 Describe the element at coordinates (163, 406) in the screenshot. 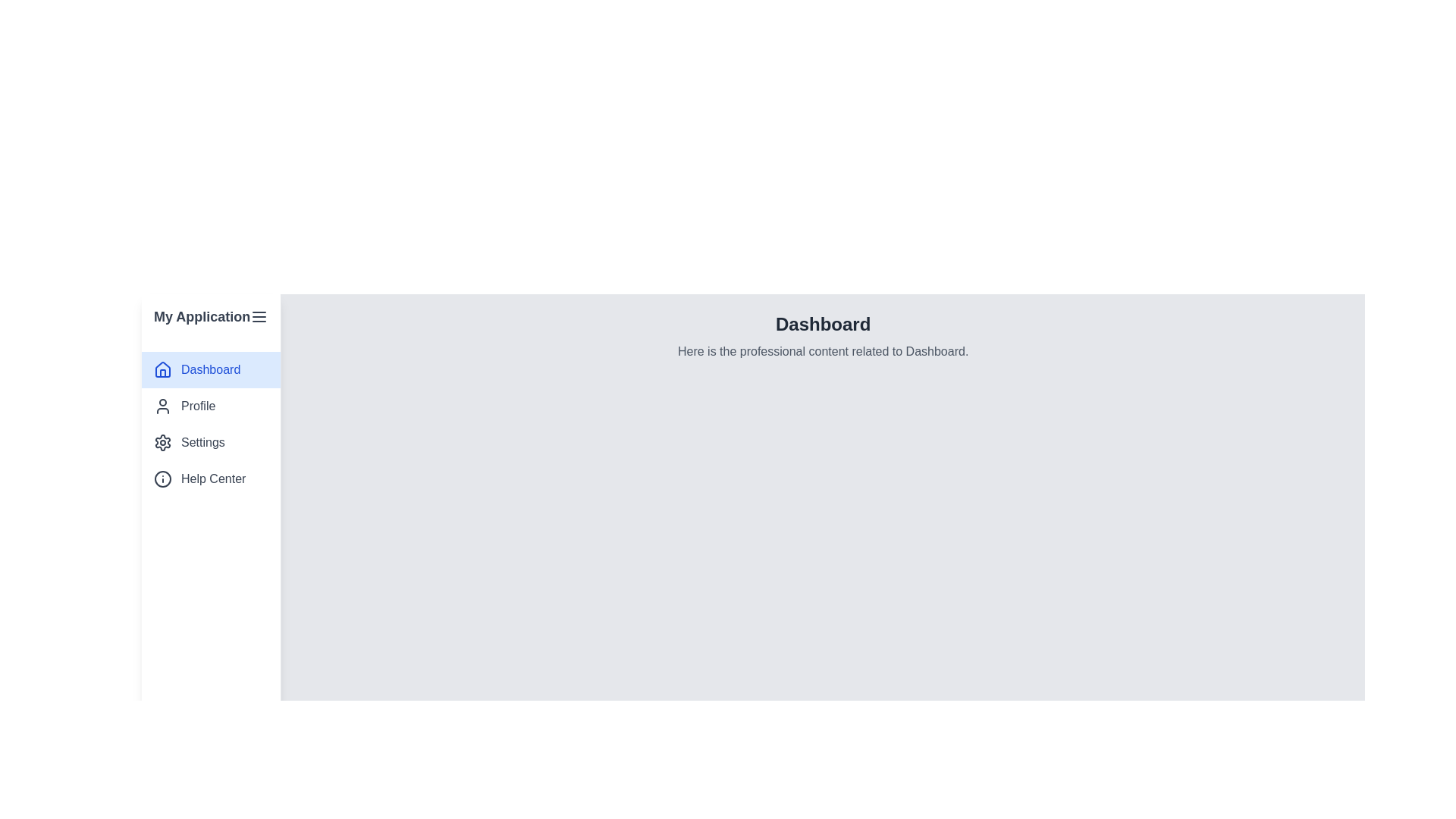

I see `the 'Profile' icon located in the navigation menu's left vertical sidebar, which is positioned to the left of the text label 'Profile'` at that location.